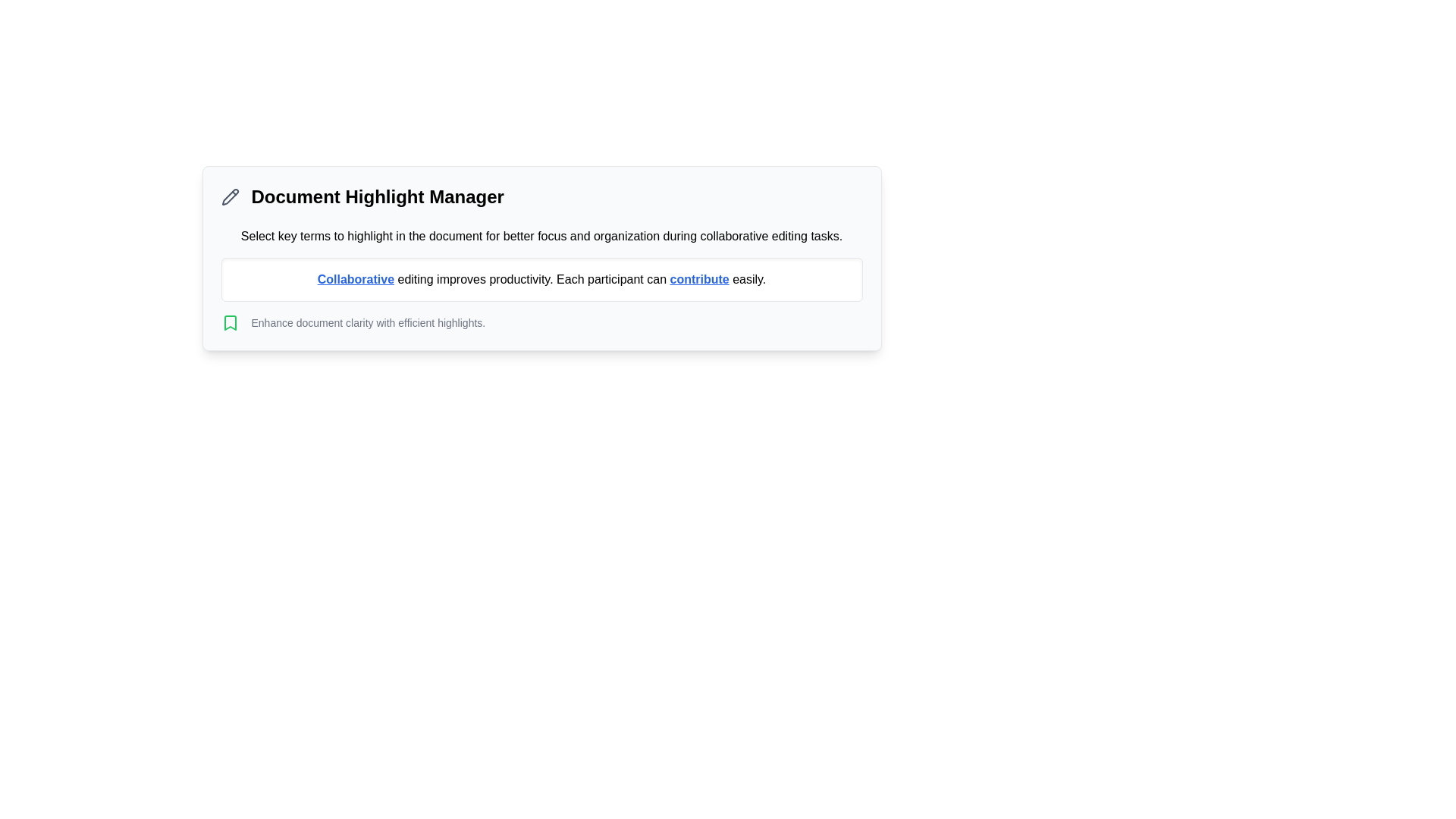 The width and height of the screenshot is (1456, 819). Describe the element at coordinates (532, 279) in the screenshot. I see `text content of the Text block that contains the phrase 'editing improves productivity. Each participant can', which is positioned between the bold blue word 'Collaborative' and 'contribute'` at that location.